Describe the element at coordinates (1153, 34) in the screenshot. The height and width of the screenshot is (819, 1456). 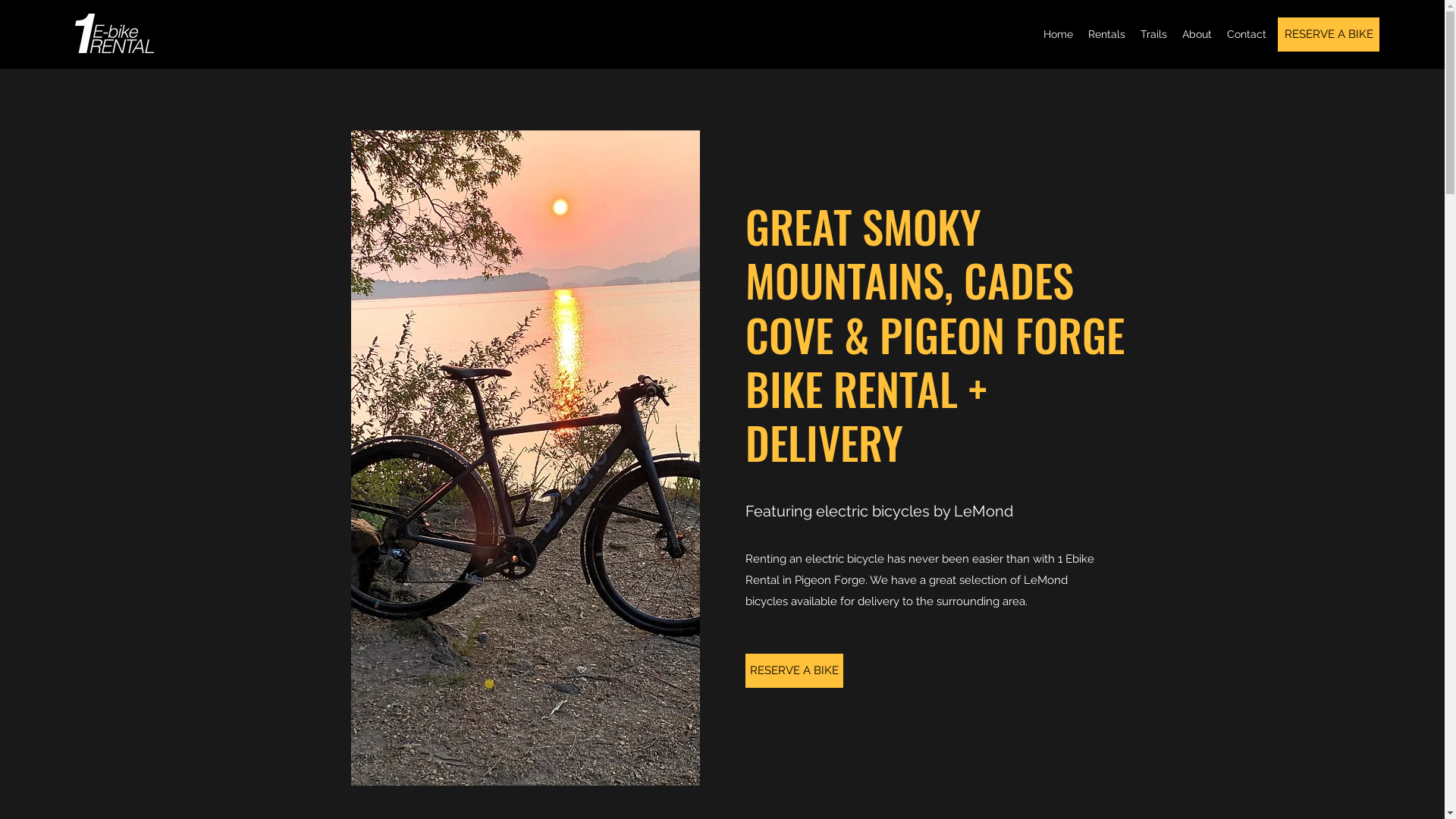
I see `'Trails'` at that location.